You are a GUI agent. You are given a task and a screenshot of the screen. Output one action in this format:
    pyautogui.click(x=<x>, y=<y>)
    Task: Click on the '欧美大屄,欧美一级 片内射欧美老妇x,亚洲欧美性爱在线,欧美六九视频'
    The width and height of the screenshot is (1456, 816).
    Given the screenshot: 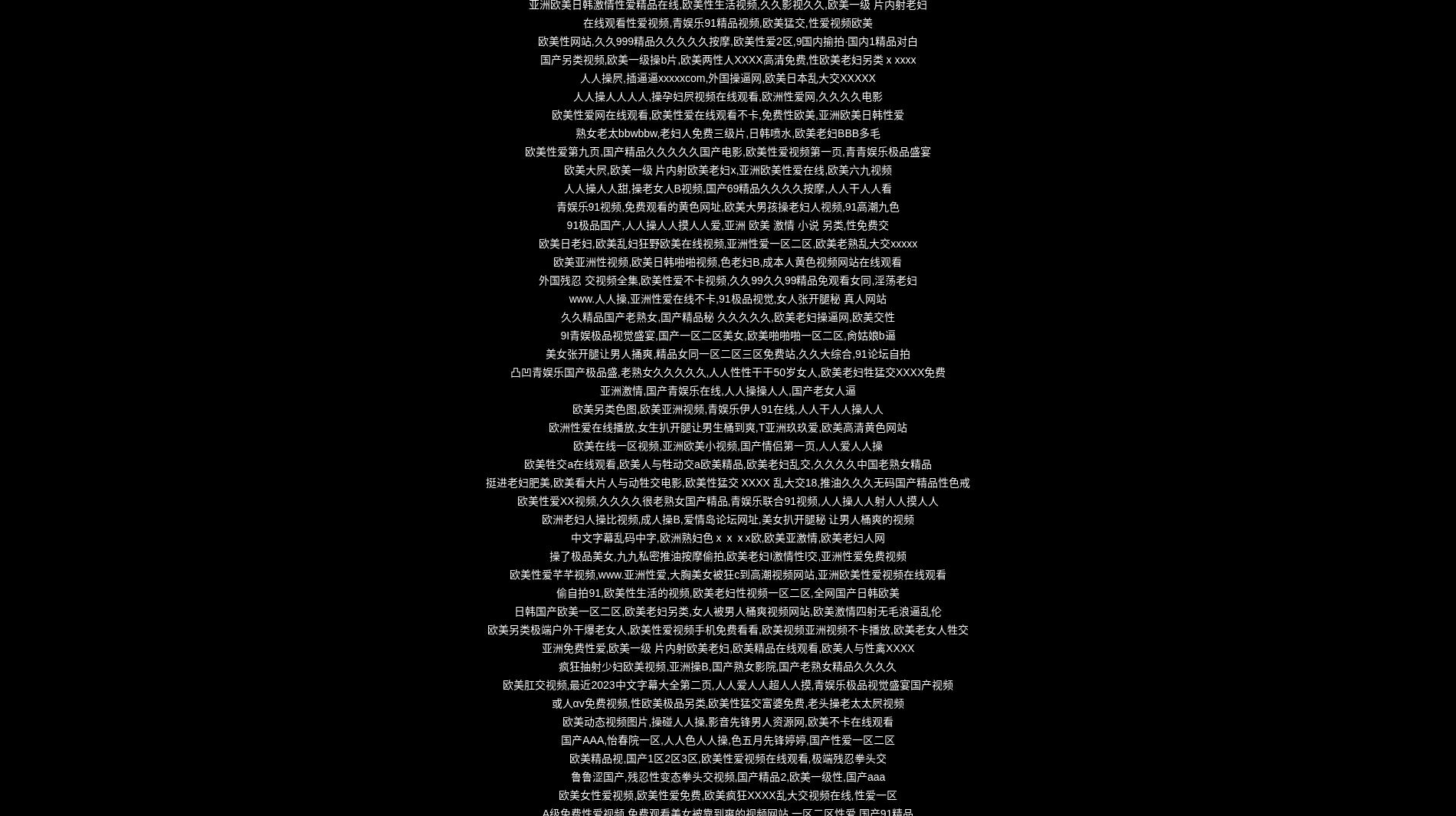 What is the action you would take?
    pyautogui.click(x=726, y=169)
    